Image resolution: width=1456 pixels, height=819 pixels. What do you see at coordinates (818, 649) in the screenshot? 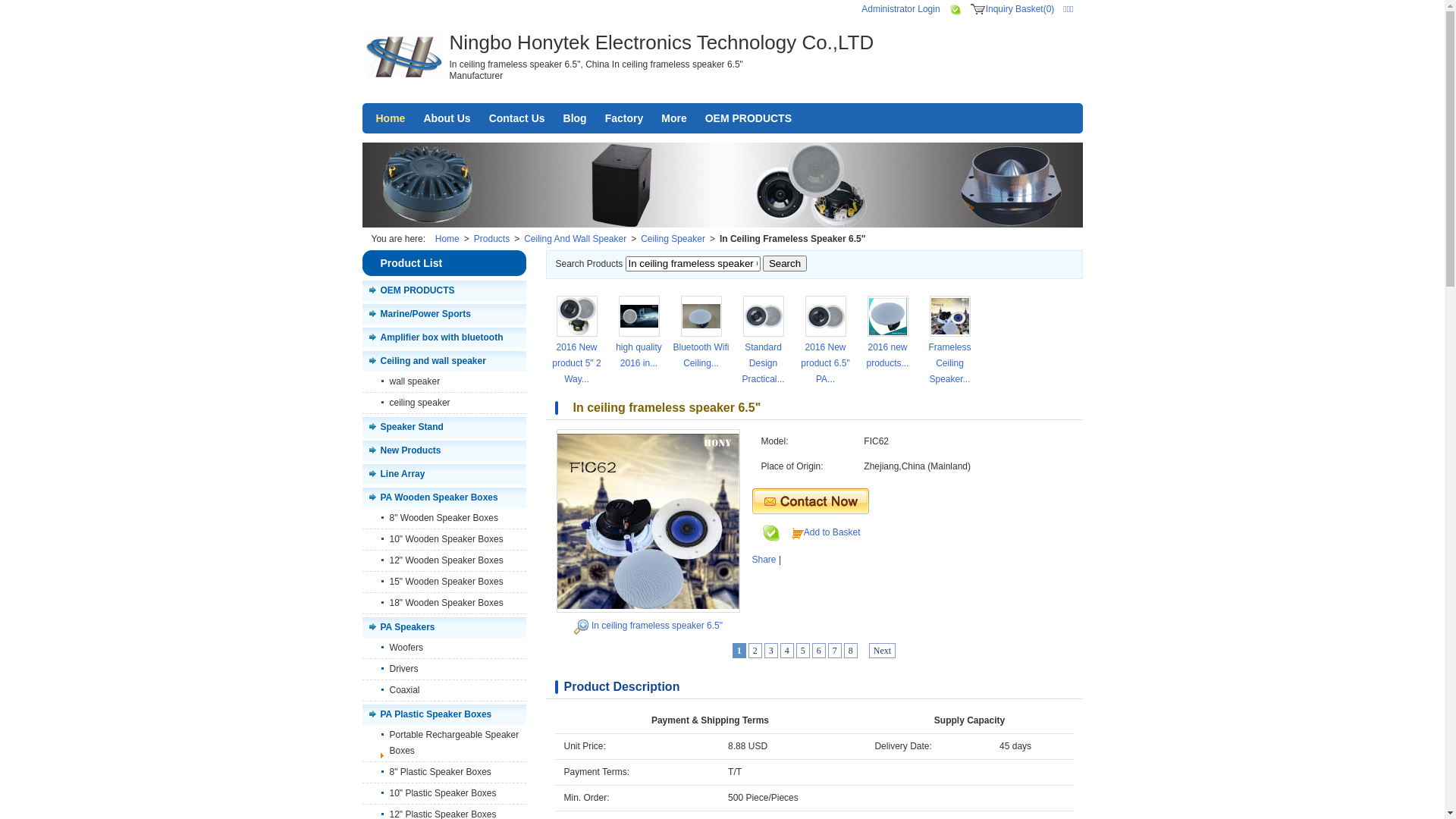
I see `'6'` at bounding box center [818, 649].